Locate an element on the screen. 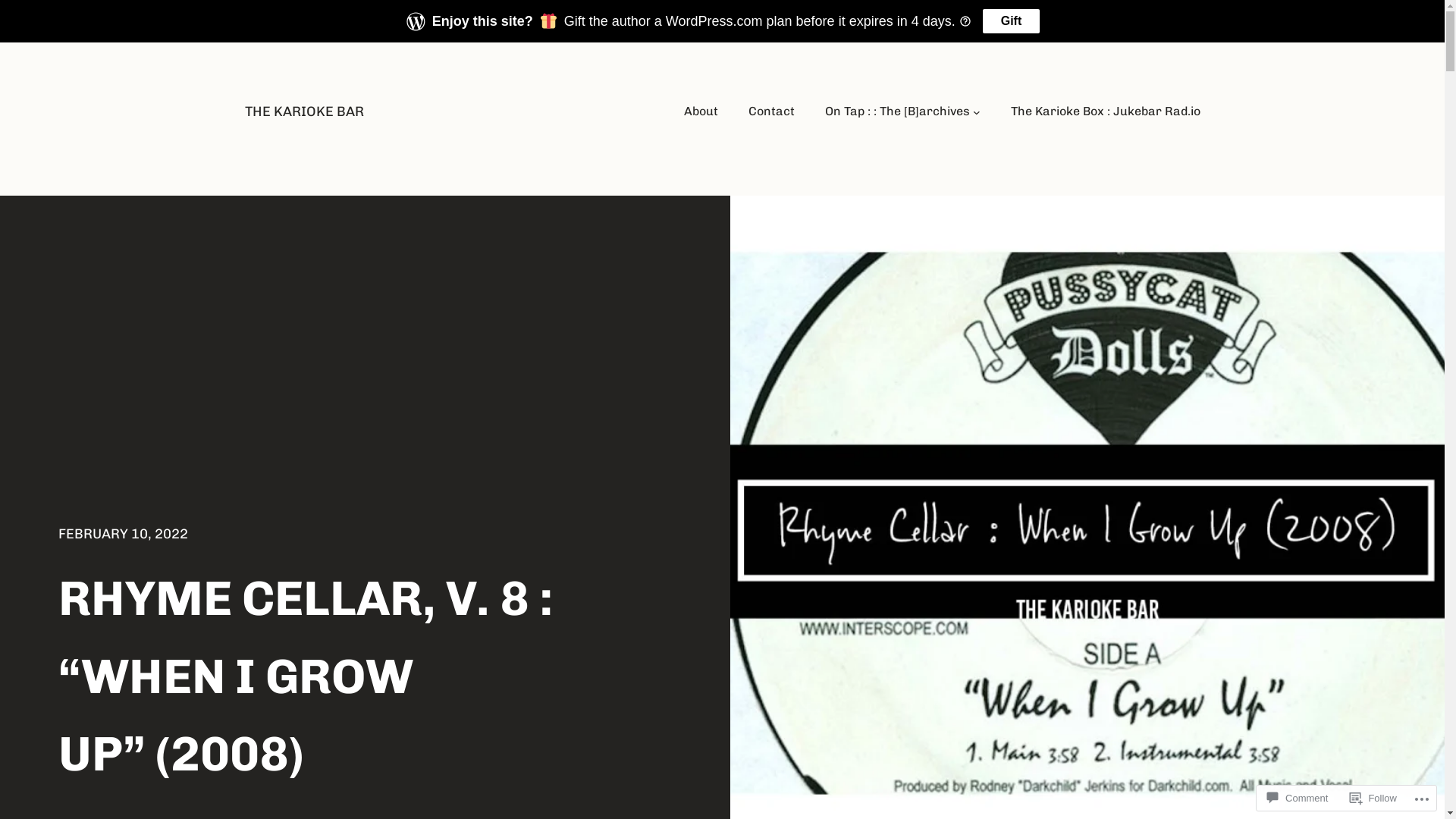 The image size is (1456, 819). 'Follow' is located at coordinates (1373, 797).